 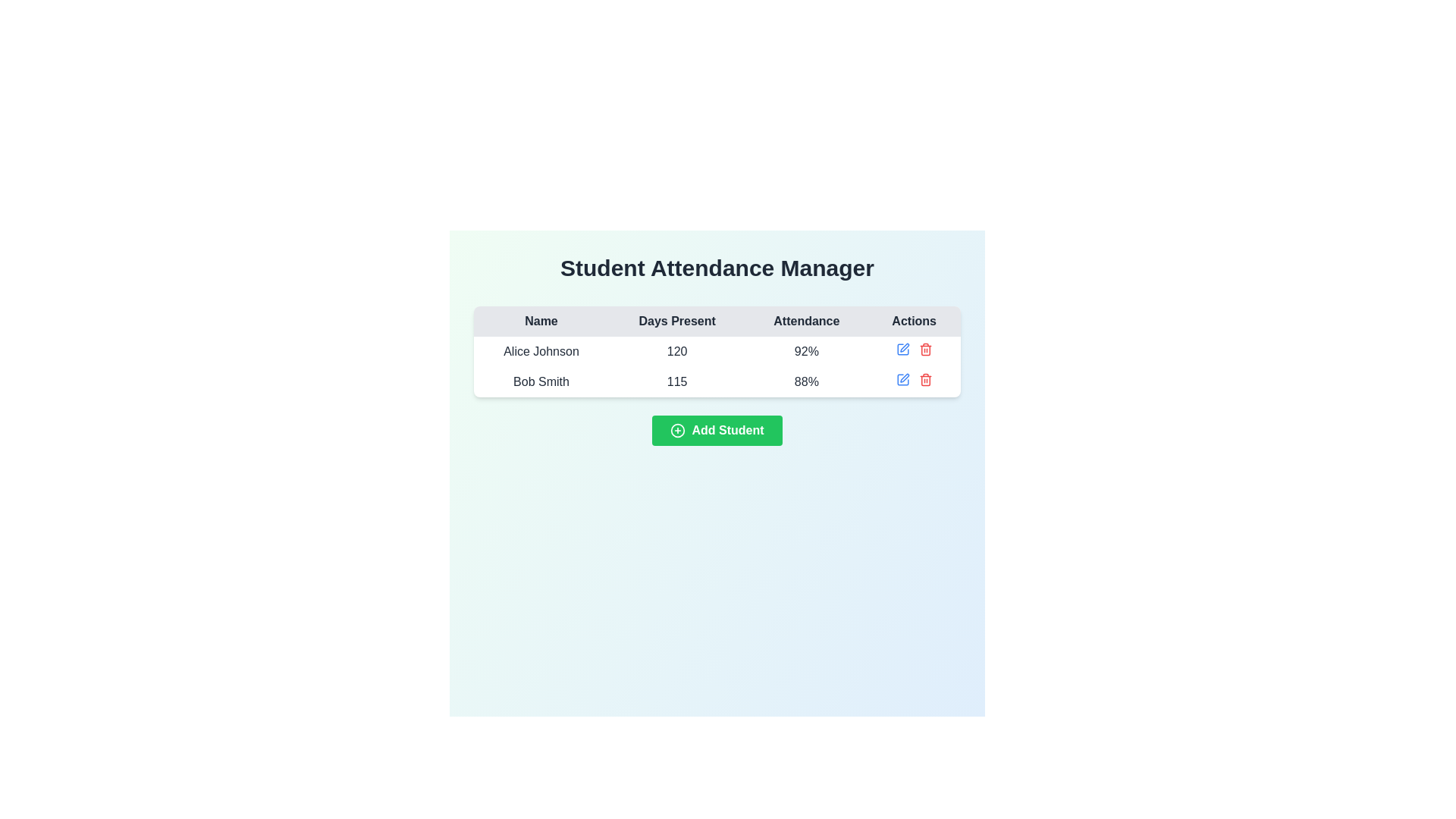 What do you see at coordinates (541, 381) in the screenshot?
I see `the text label displaying the name of an individual in the second row of the attendance record system, located in the 'Name' column, following 'Alice Johnson'` at bounding box center [541, 381].